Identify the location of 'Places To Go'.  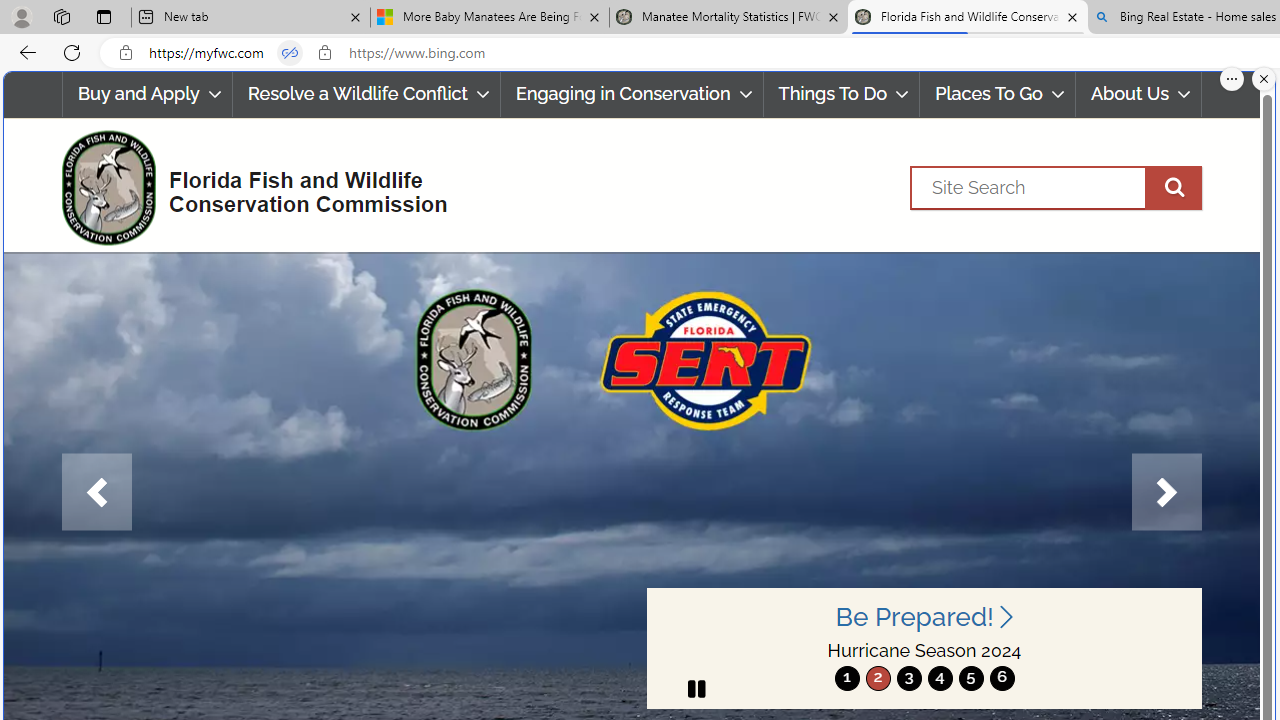
(998, 94).